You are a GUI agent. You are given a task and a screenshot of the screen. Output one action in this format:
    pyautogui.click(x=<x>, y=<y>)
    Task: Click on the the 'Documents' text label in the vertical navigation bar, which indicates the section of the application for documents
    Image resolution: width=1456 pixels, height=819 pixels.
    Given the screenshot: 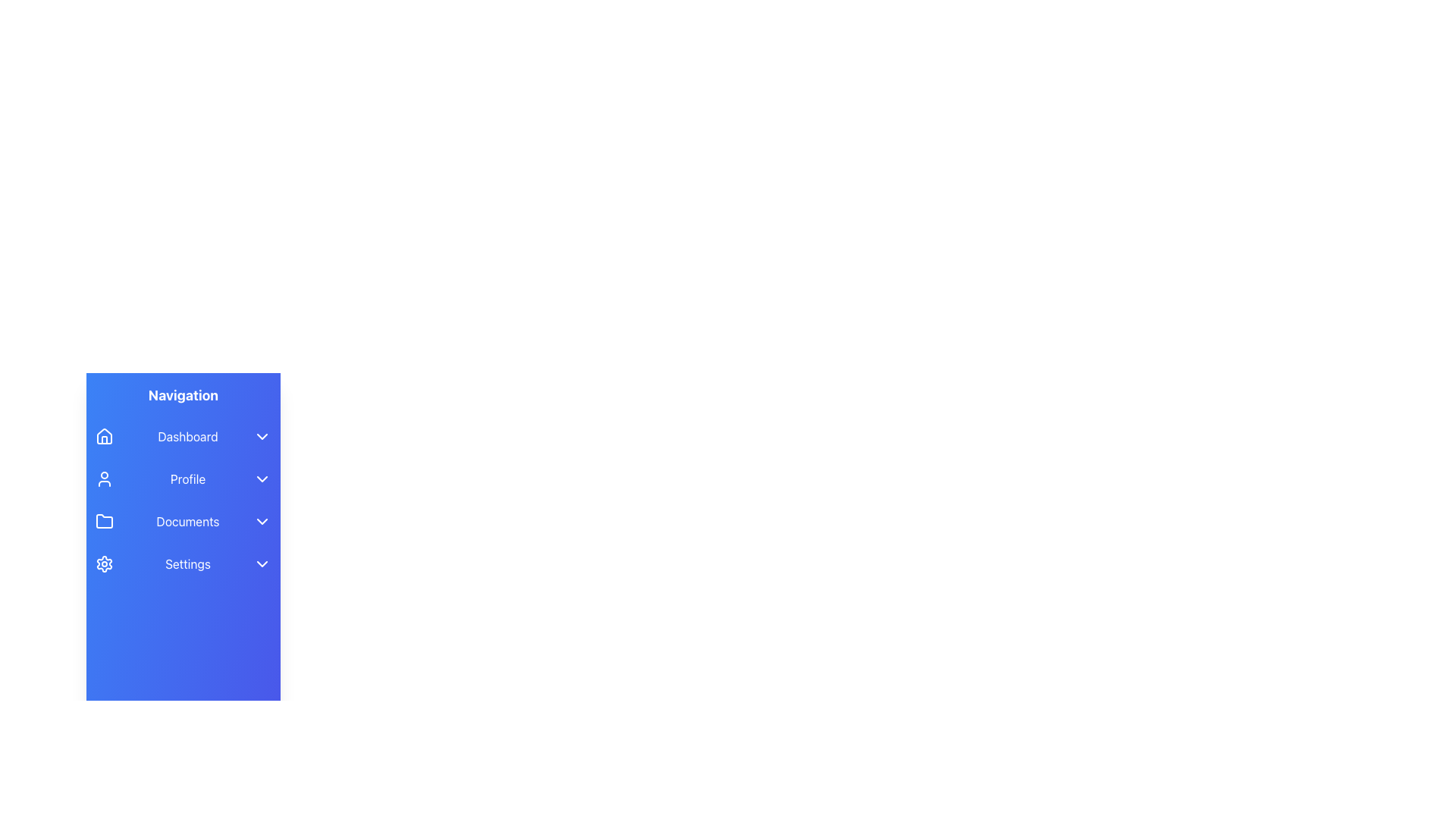 What is the action you would take?
    pyautogui.click(x=187, y=520)
    